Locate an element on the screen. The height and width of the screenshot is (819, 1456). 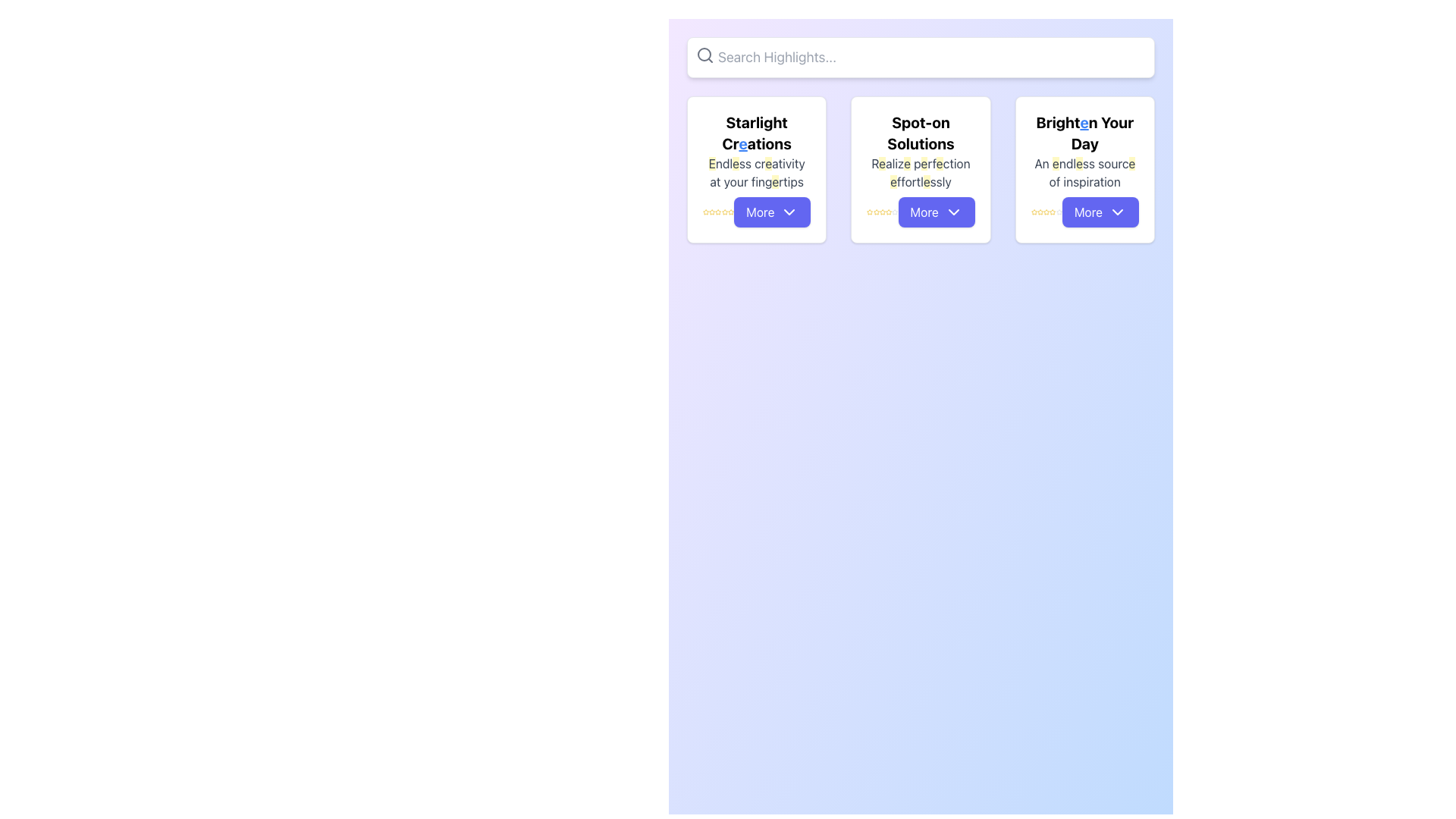
the title text located at the top of the first card in a three-card row layout, which provides primary context for the card content is located at coordinates (757, 133).